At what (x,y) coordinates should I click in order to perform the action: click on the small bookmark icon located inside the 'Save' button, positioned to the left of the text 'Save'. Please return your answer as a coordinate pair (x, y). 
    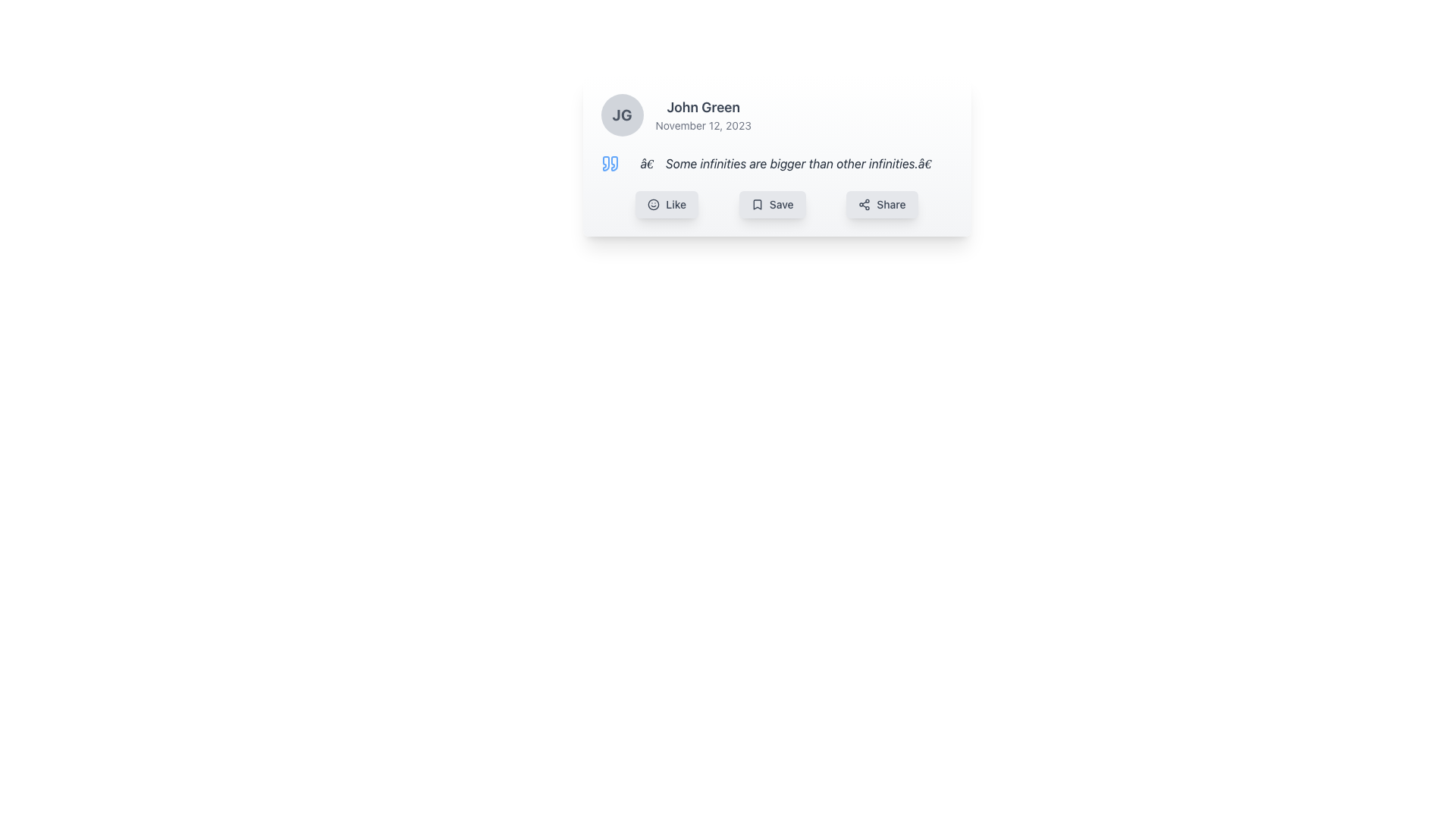
    Looking at the image, I should click on (757, 205).